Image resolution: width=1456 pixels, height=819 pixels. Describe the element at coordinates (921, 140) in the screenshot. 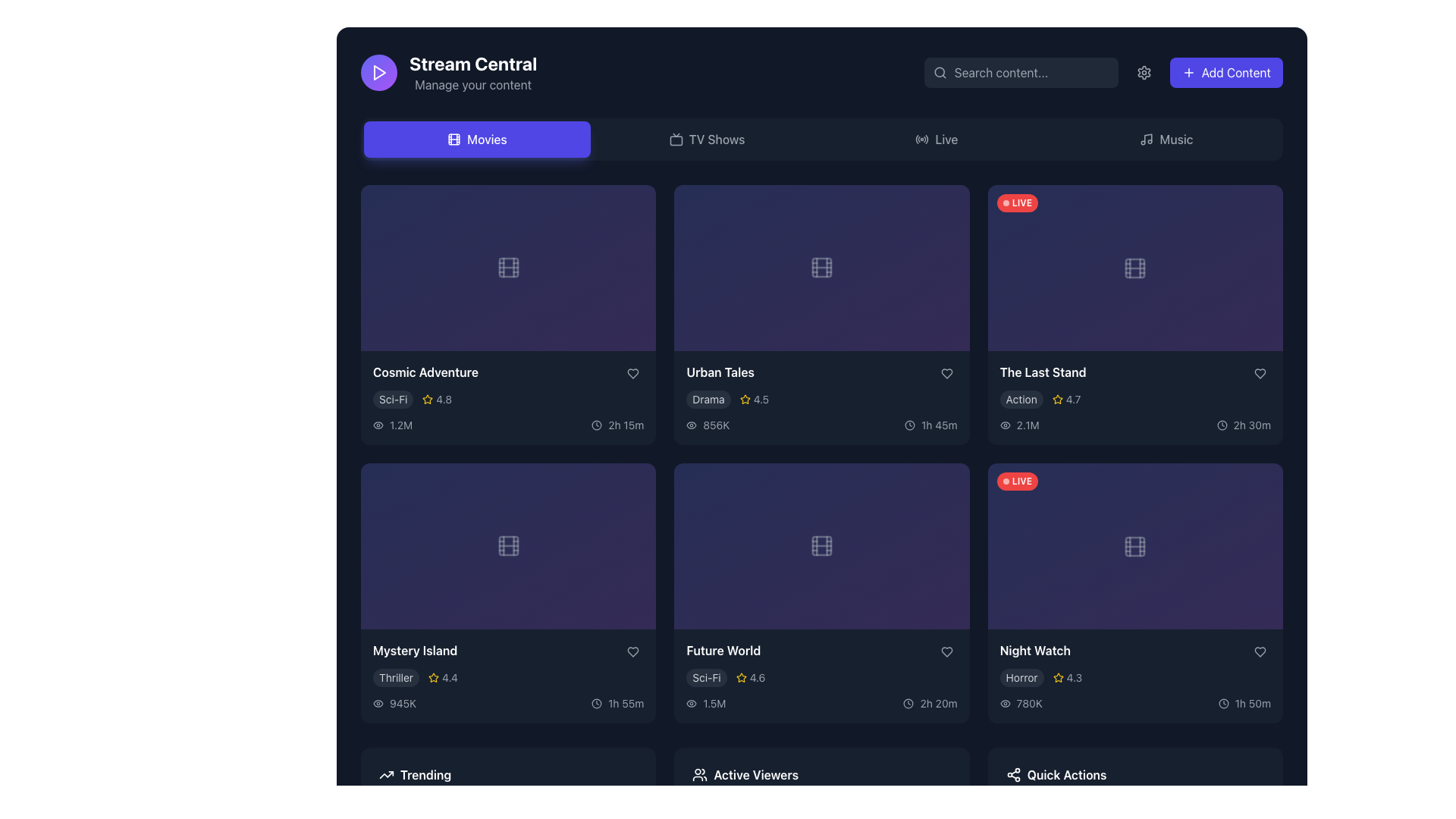

I see `the 'Live' icon in the navigation bar` at that location.